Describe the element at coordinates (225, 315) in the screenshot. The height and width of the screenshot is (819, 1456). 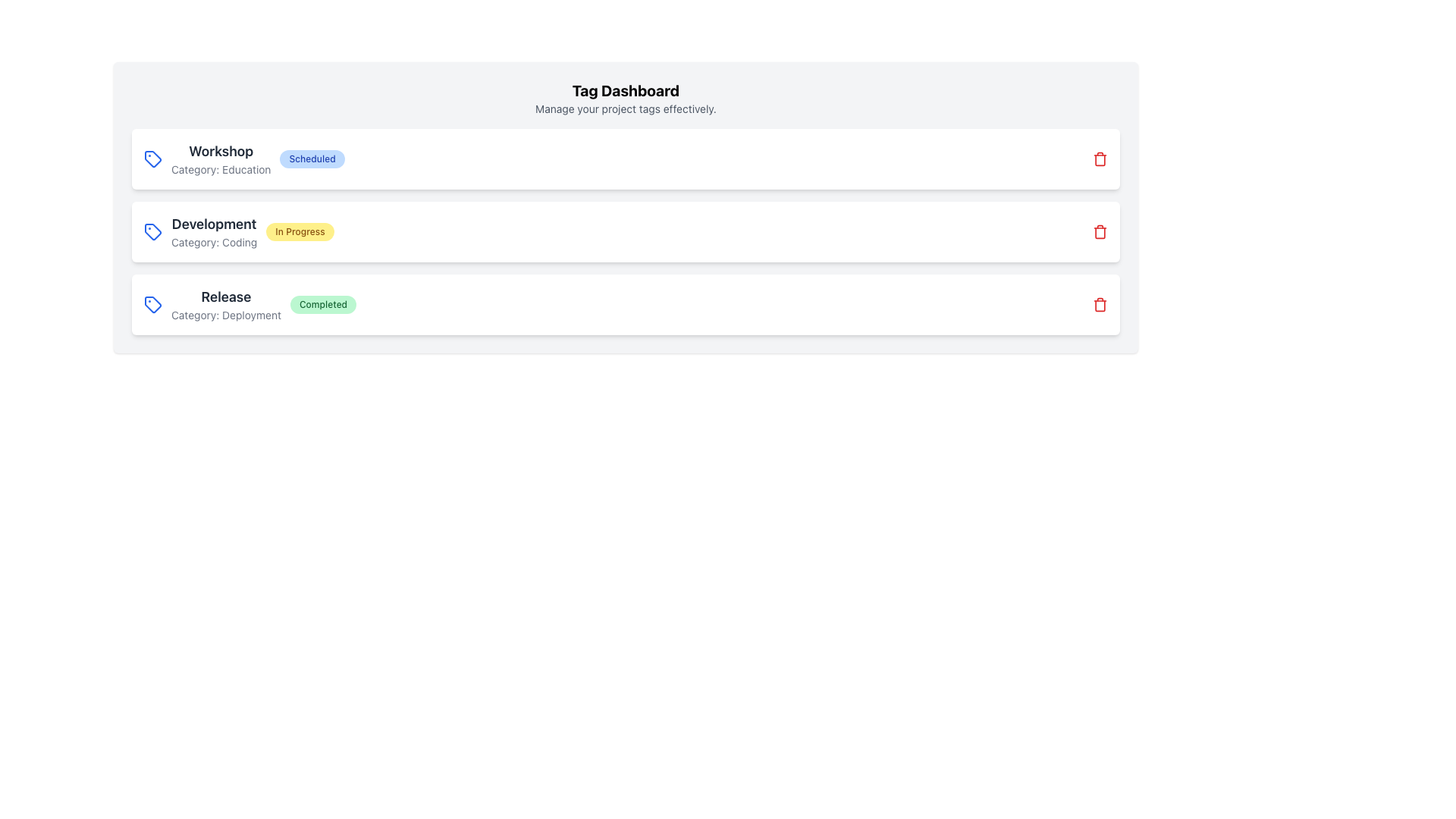
I see `the informational text that indicates the classification as 'Deployment', located under the 'Release' title and aligned to the left of the content area` at that location.